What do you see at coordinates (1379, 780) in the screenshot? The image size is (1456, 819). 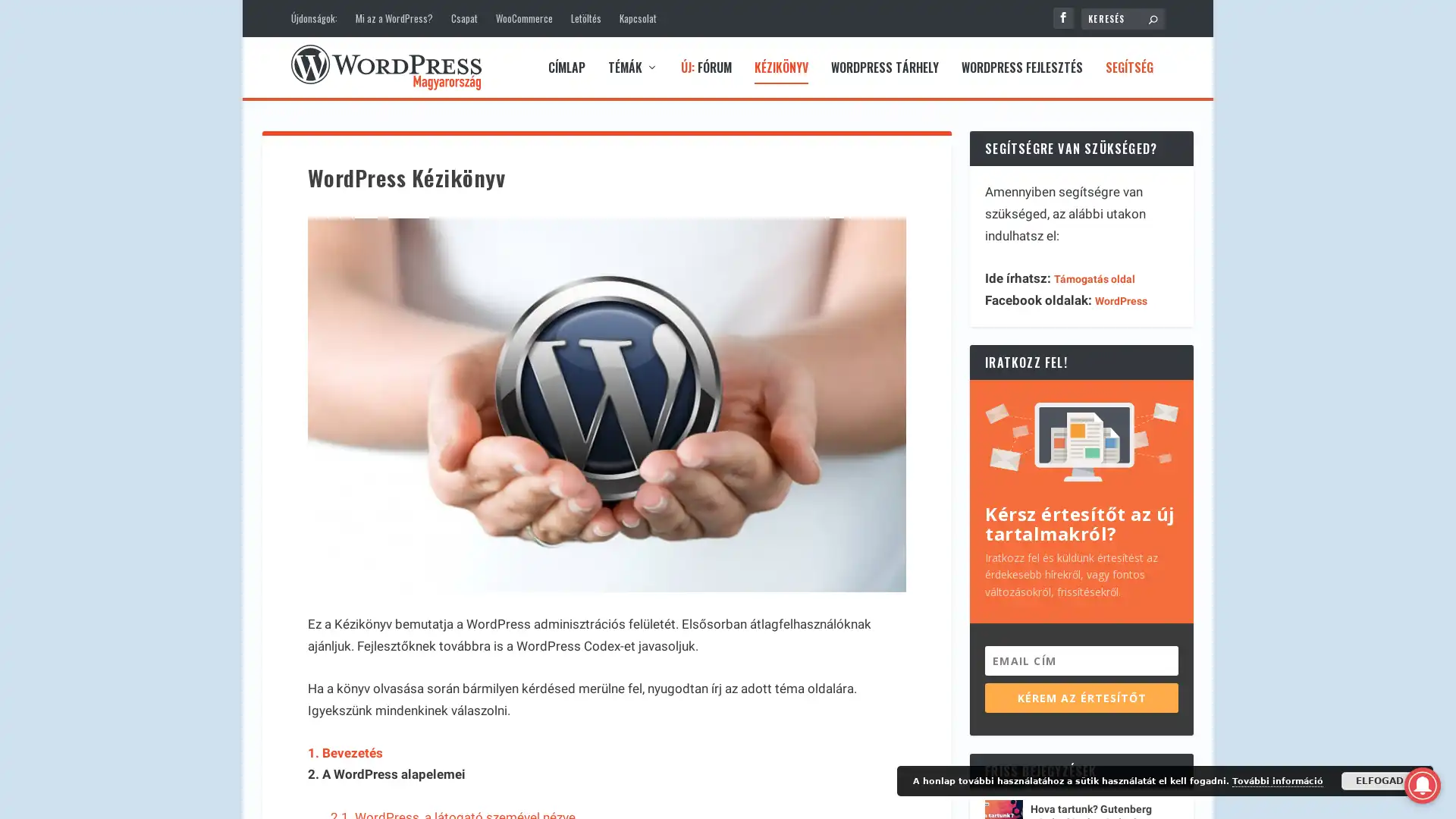 I see `ELFOGAD` at bounding box center [1379, 780].